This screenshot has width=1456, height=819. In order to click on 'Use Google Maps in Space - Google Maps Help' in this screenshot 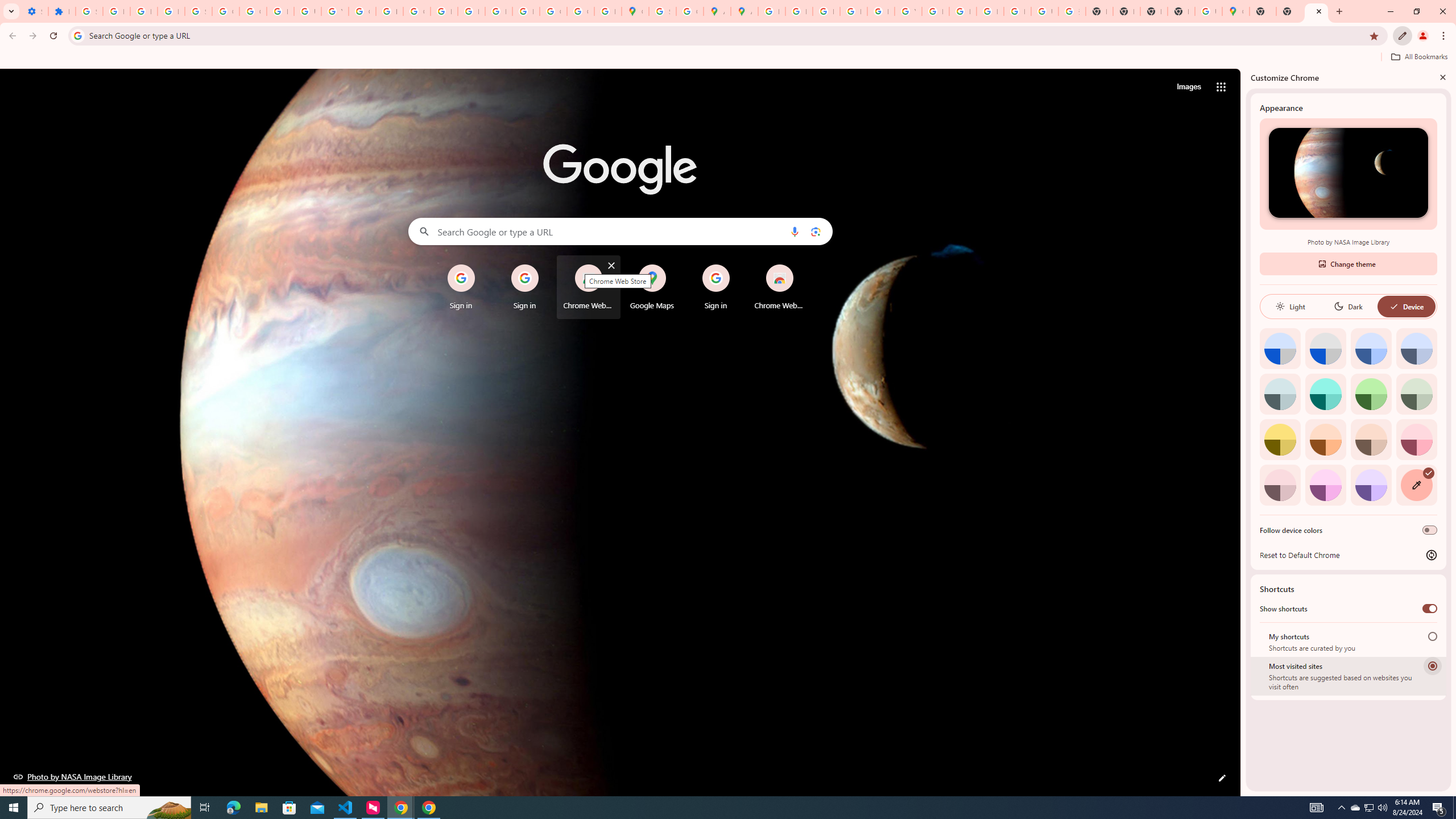, I will do `click(1207, 11)`.